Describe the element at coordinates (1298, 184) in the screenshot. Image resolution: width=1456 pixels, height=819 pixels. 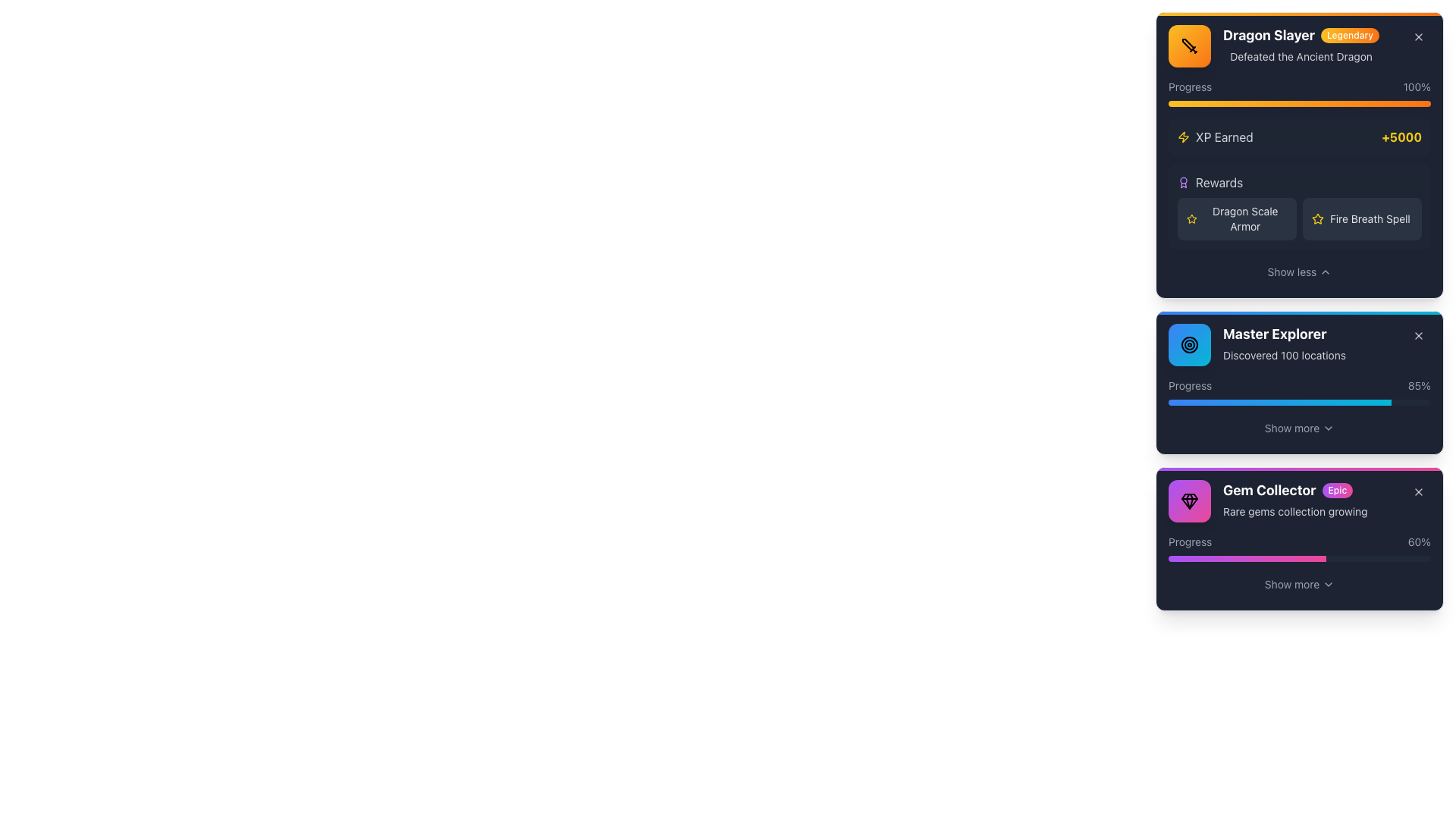
I see `information displayed in the 'XP Earned' informational panel, which shows the title 'XP Earned', the value '+5000', and the 'Rewards' section containing 'Dragon Scale Armor' and 'Fire Breath Spell'` at that location.